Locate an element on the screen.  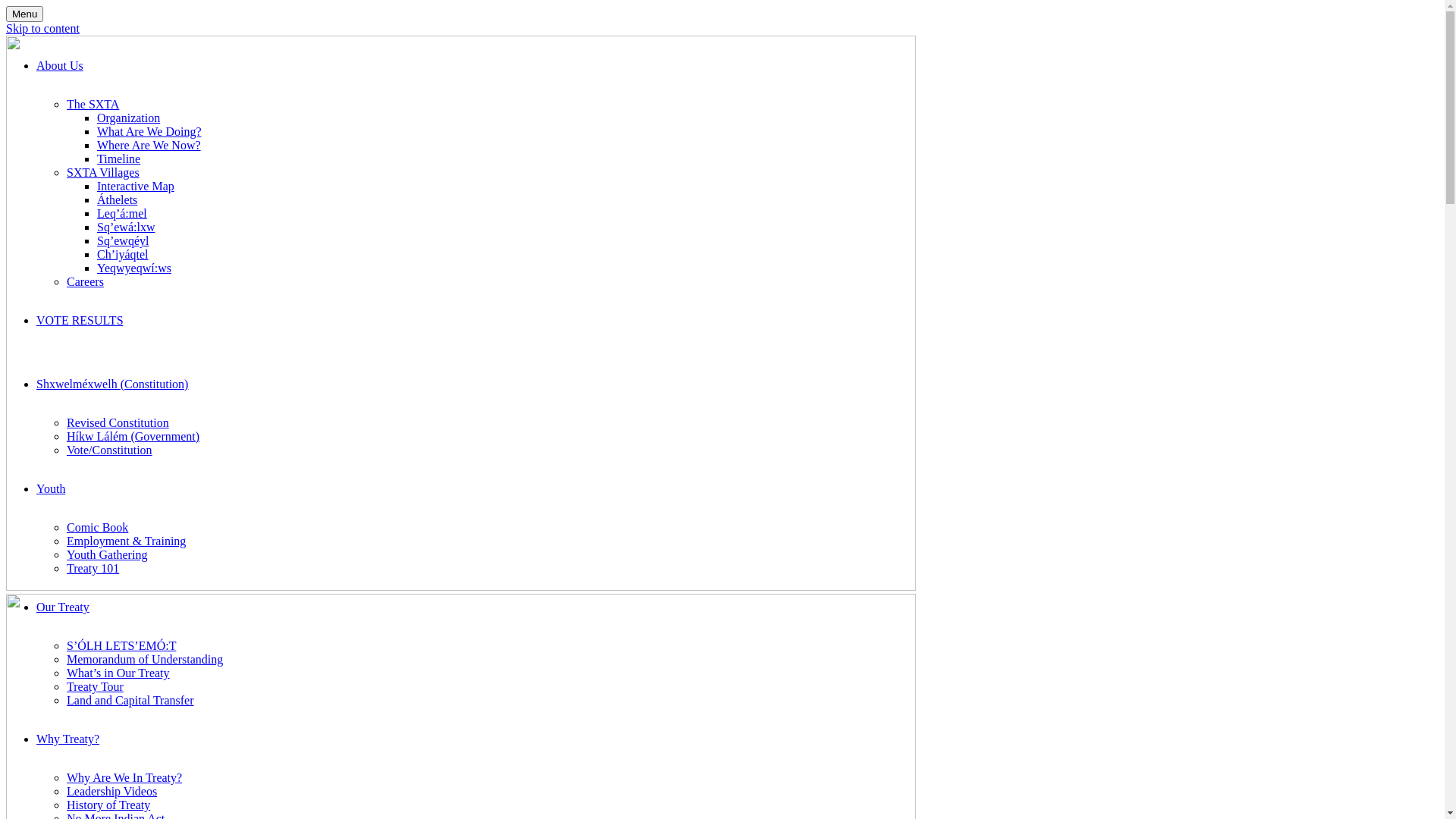
'Why Treaty?' is located at coordinates (67, 738).